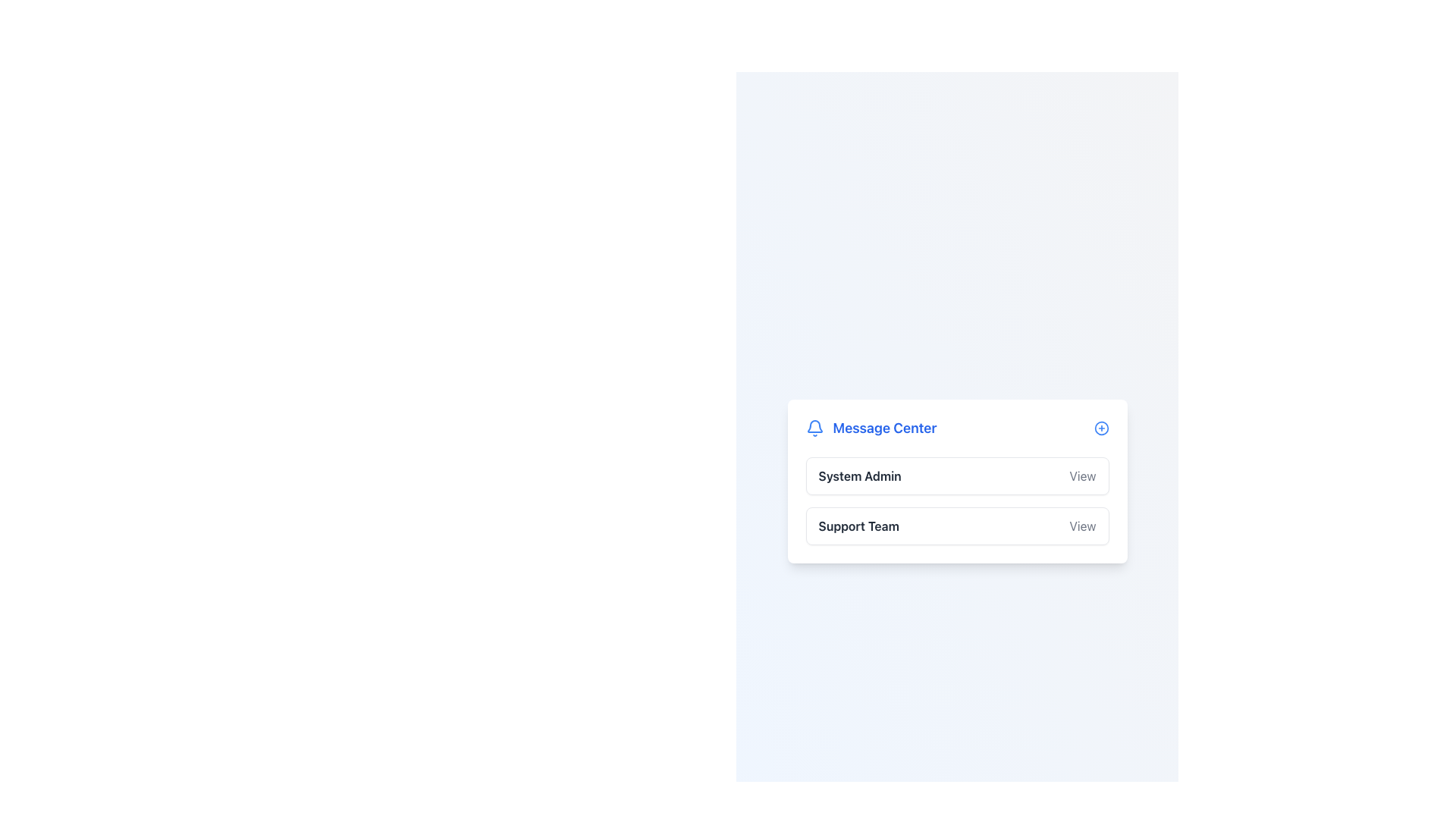 The image size is (1456, 819). What do you see at coordinates (1101, 428) in the screenshot?
I see `the circular outline for the plus icon located in the top-right corner of the 'Message Center' box to interact with the 'add new item' feature` at bounding box center [1101, 428].